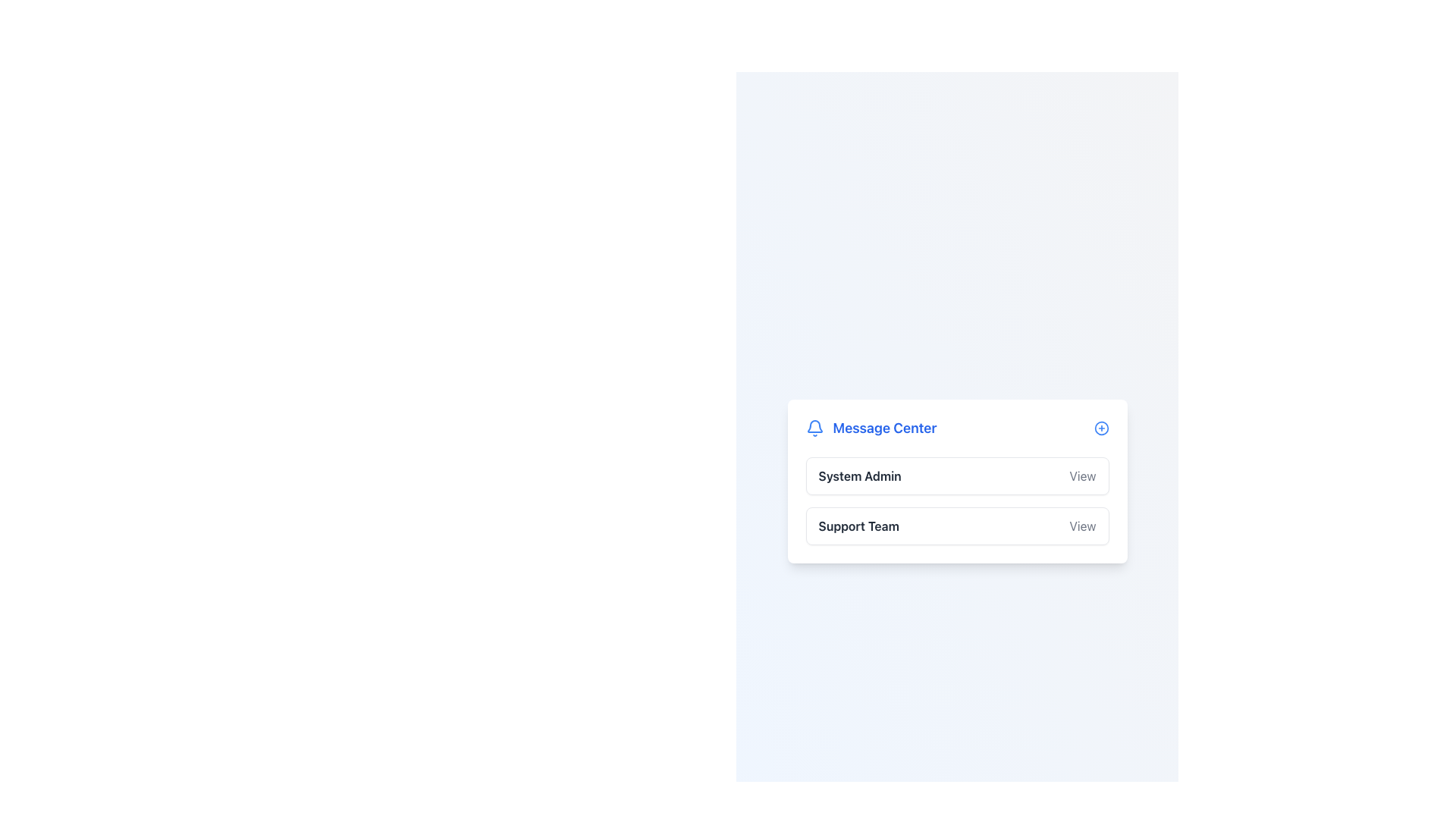 The image size is (1456, 819). What do you see at coordinates (1101, 428) in the screenshot?
I see `the circular outline for the plus icon located in the top-right corner of the 'Message Center' box to interact with the 'add new item' feature` at bounding box center [1101, 428].